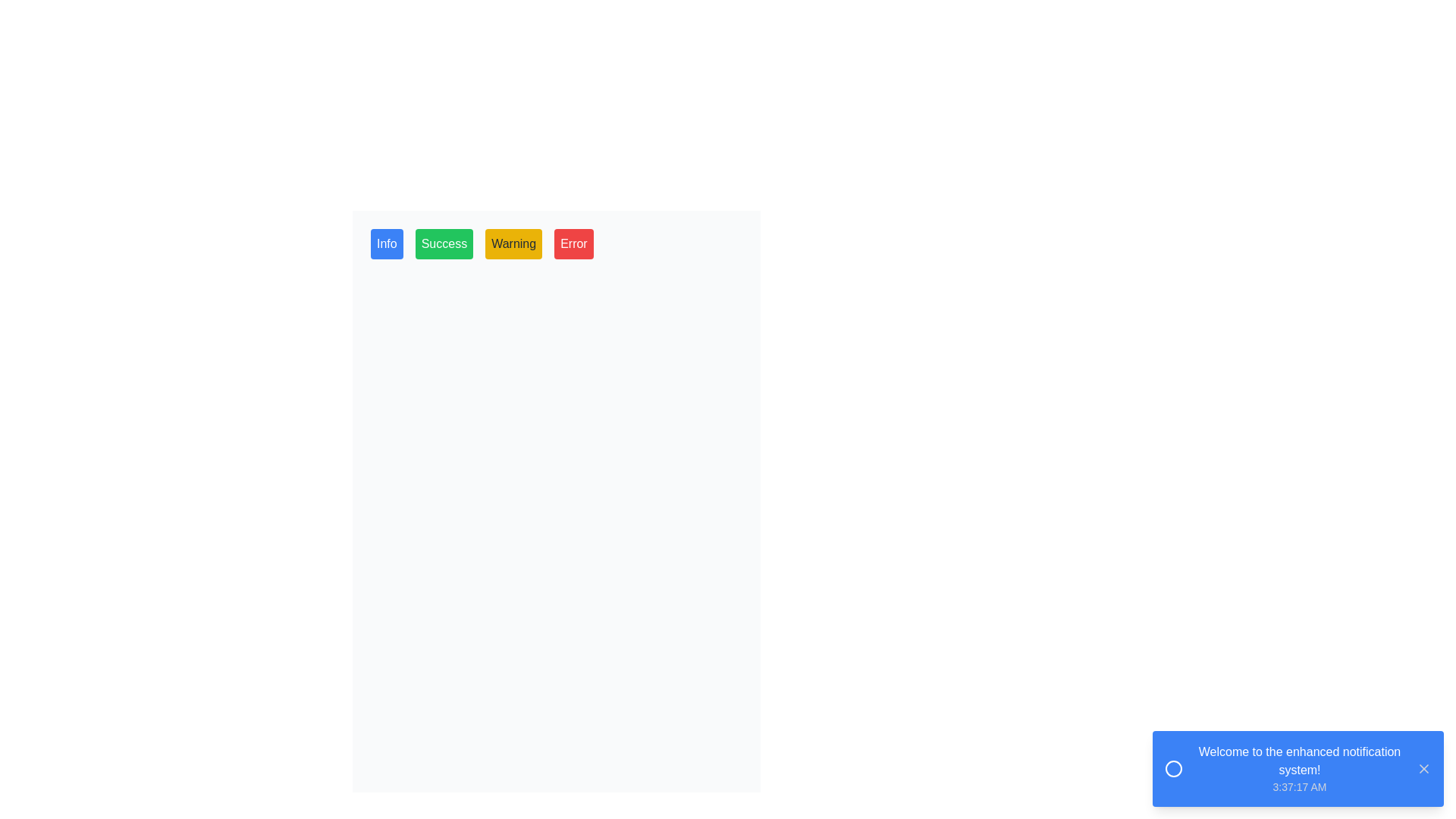 The height and width of the screenshot is (819, 1456). What do you see at coordinates (1298, 769) in the screenshot?
I see `the text block displaying 'Welcome to the enhanced notification system!' and '3:37:17 AM' within the blue rectangle notification box` at bounding box center [1298, 769].